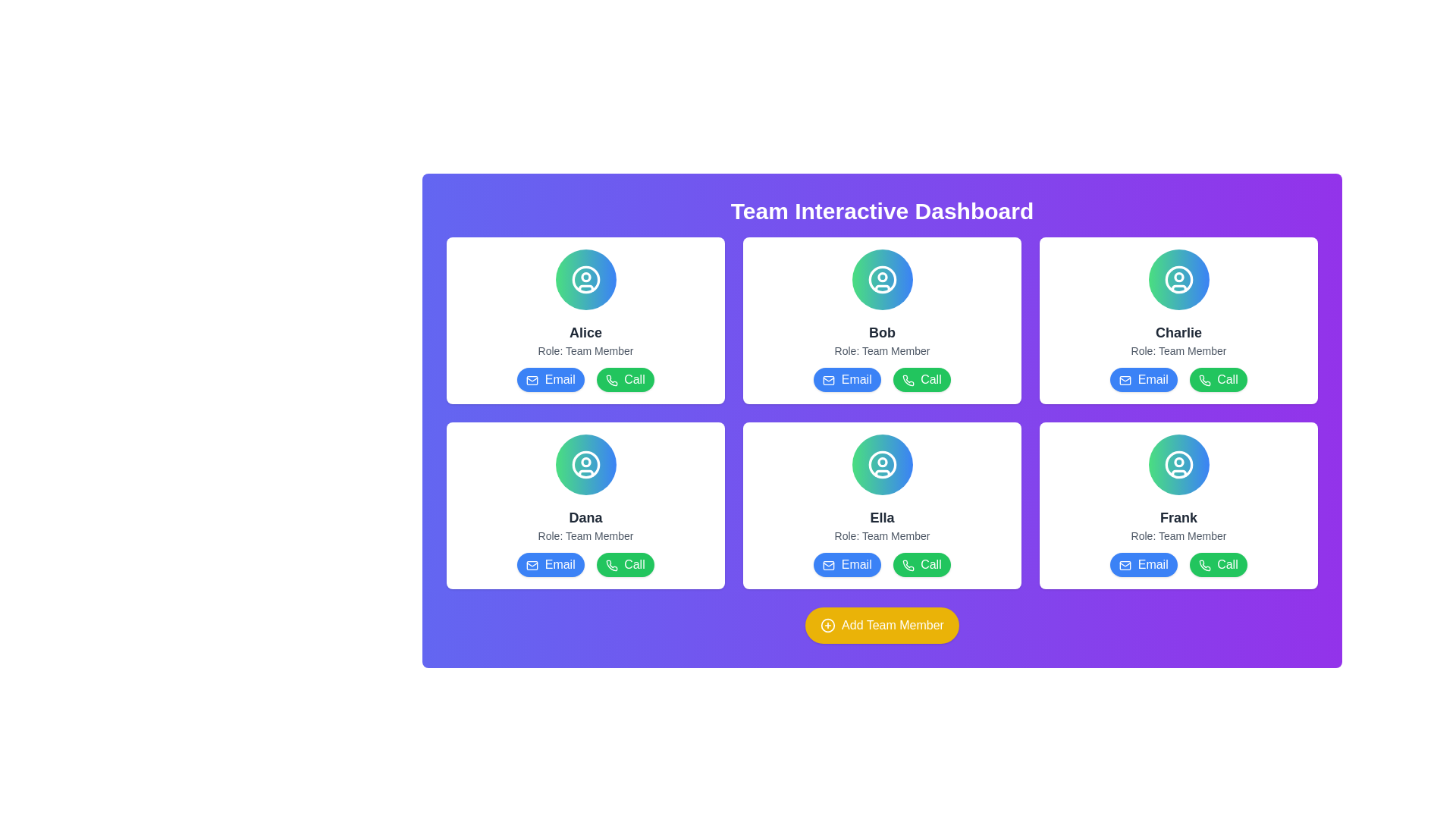 The width and height of the screenshot is (1456, 819). I want to click on the text label indicating the role of the profile owner for 'Charlie', which is centrally placed in the profile card above the 'Email' and 'Call' buttons, so click(1178, 350).